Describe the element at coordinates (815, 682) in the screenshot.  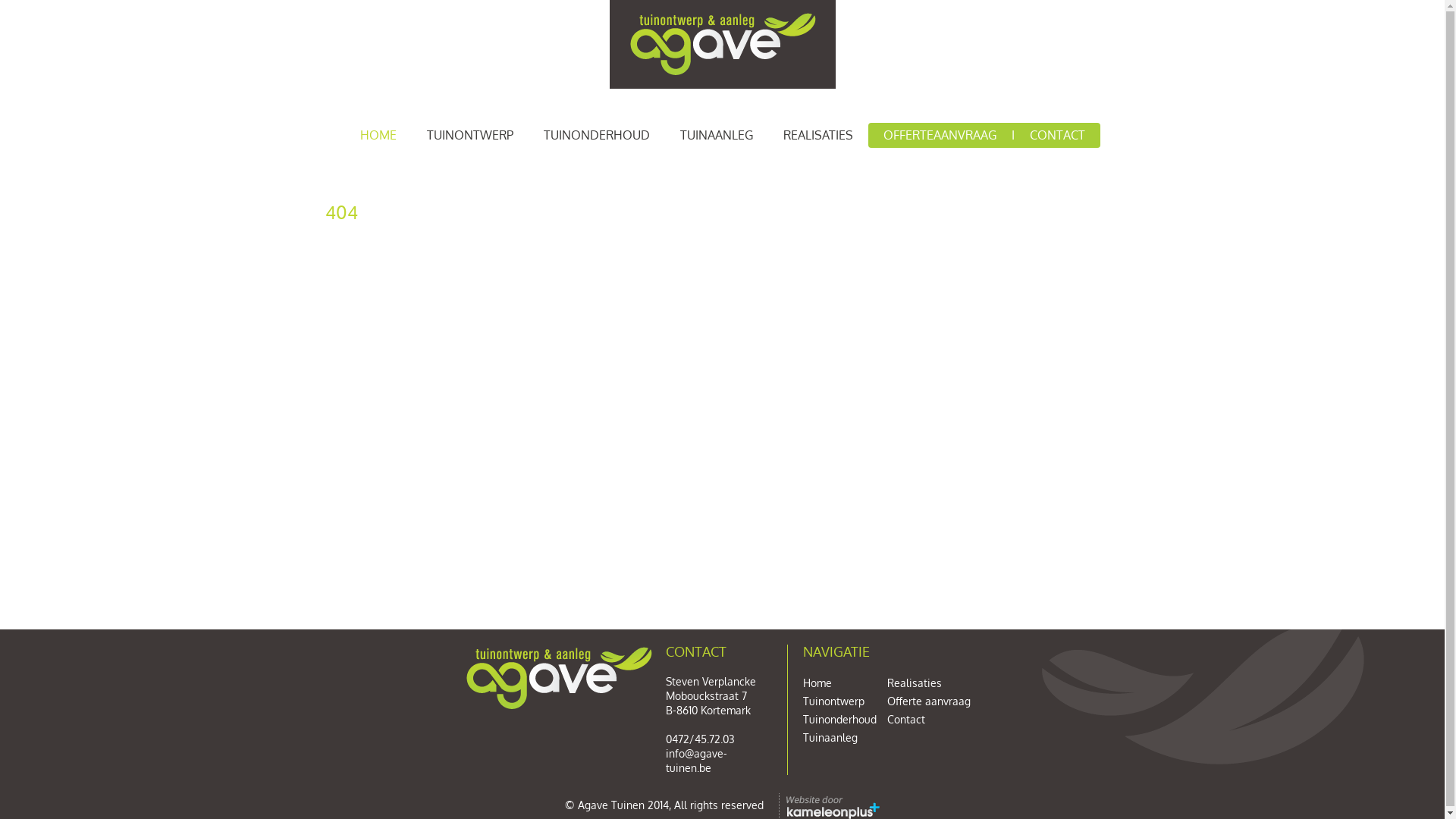
I see `'Home'` at that location.